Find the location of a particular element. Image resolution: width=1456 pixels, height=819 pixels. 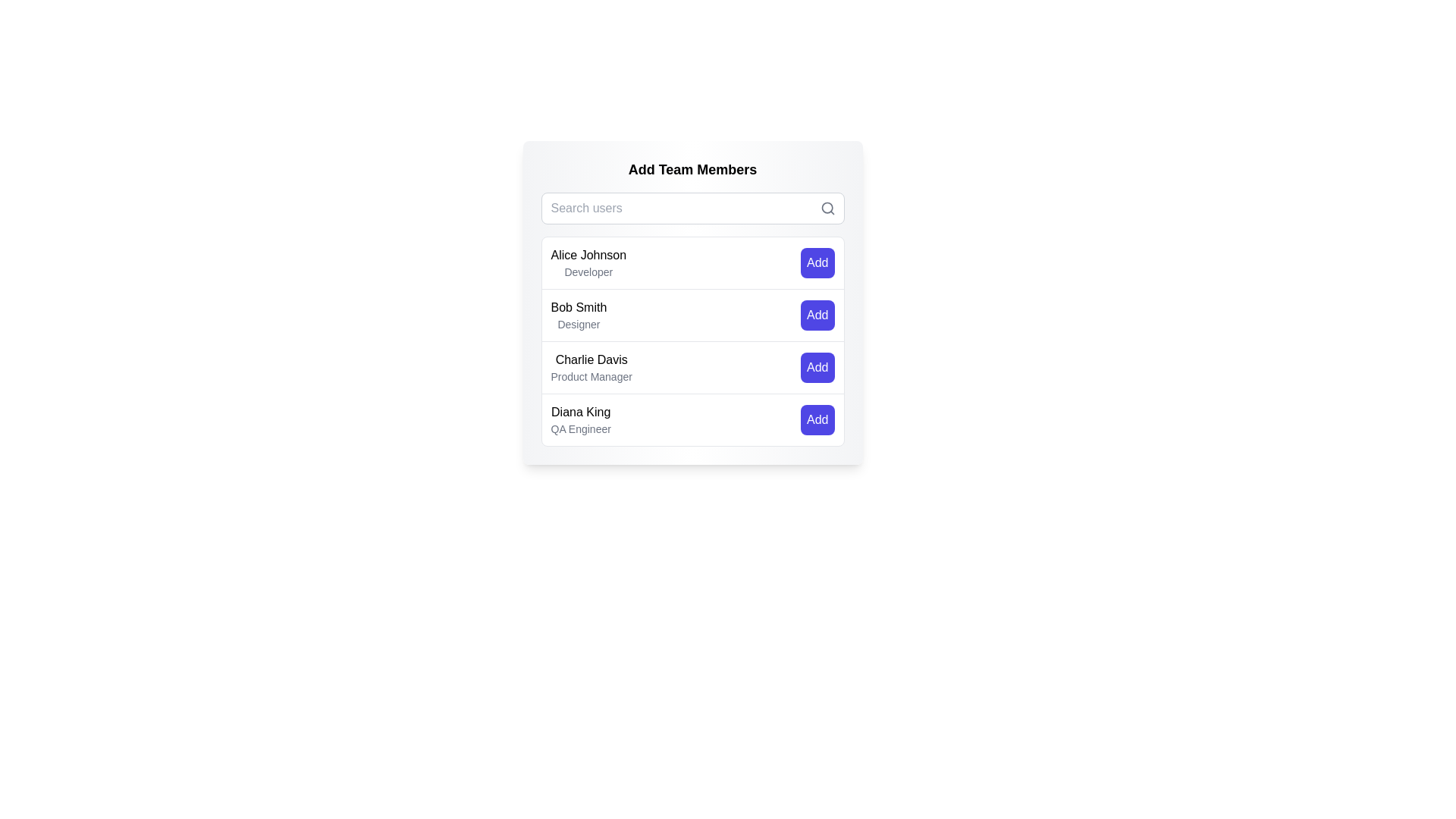

text label displaying 'Product Manager' located below 'Charlie Davis' in the centralized modal dialog box titled 'Add Team Members' is located at coordinates (591, 376).